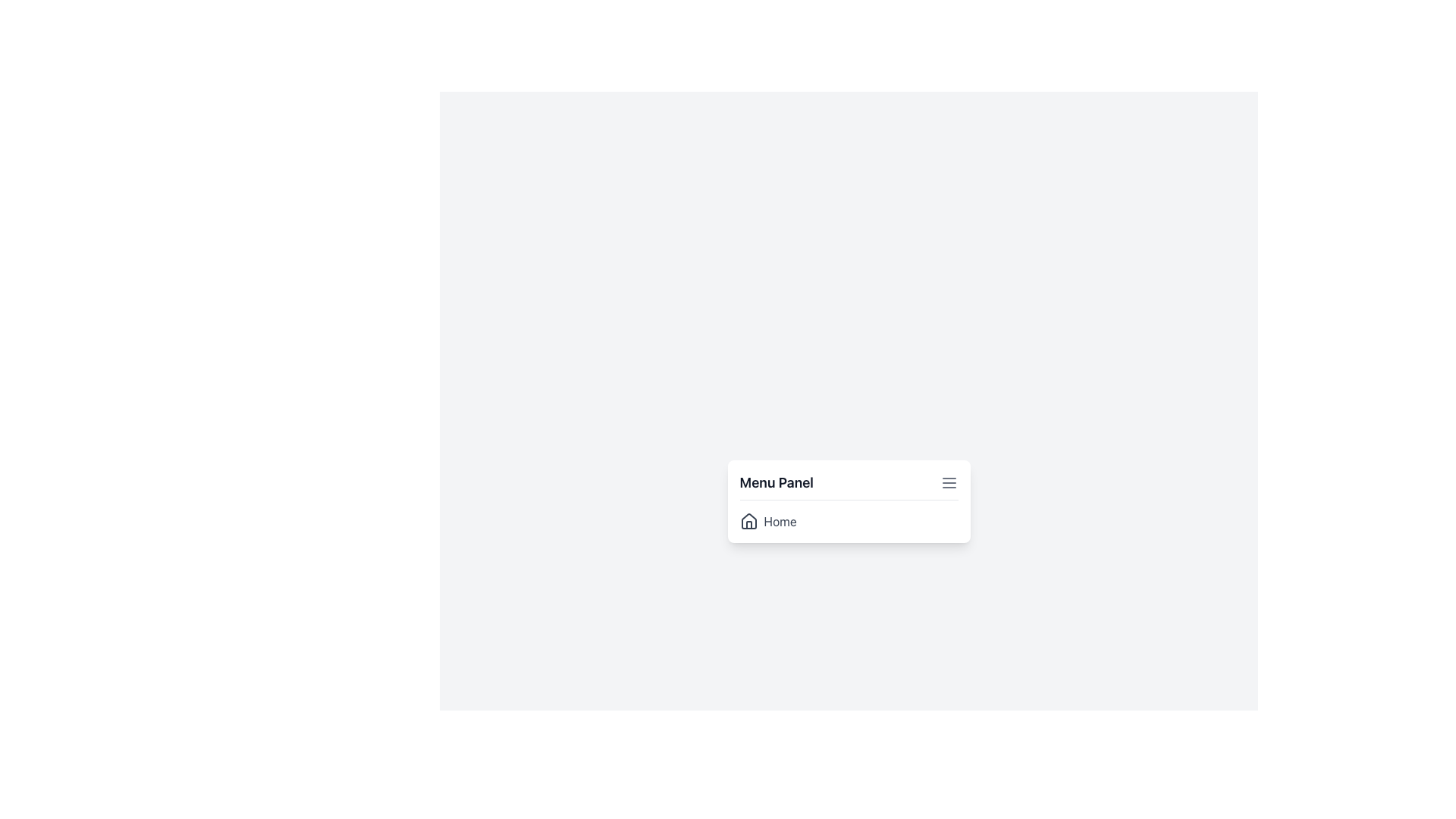 The image size is (1456, 819). I want to click on the 'Home' navigation icon located to the left of the text 'Home' as a visual cue for navigating to the homepage, so click(748, 520).